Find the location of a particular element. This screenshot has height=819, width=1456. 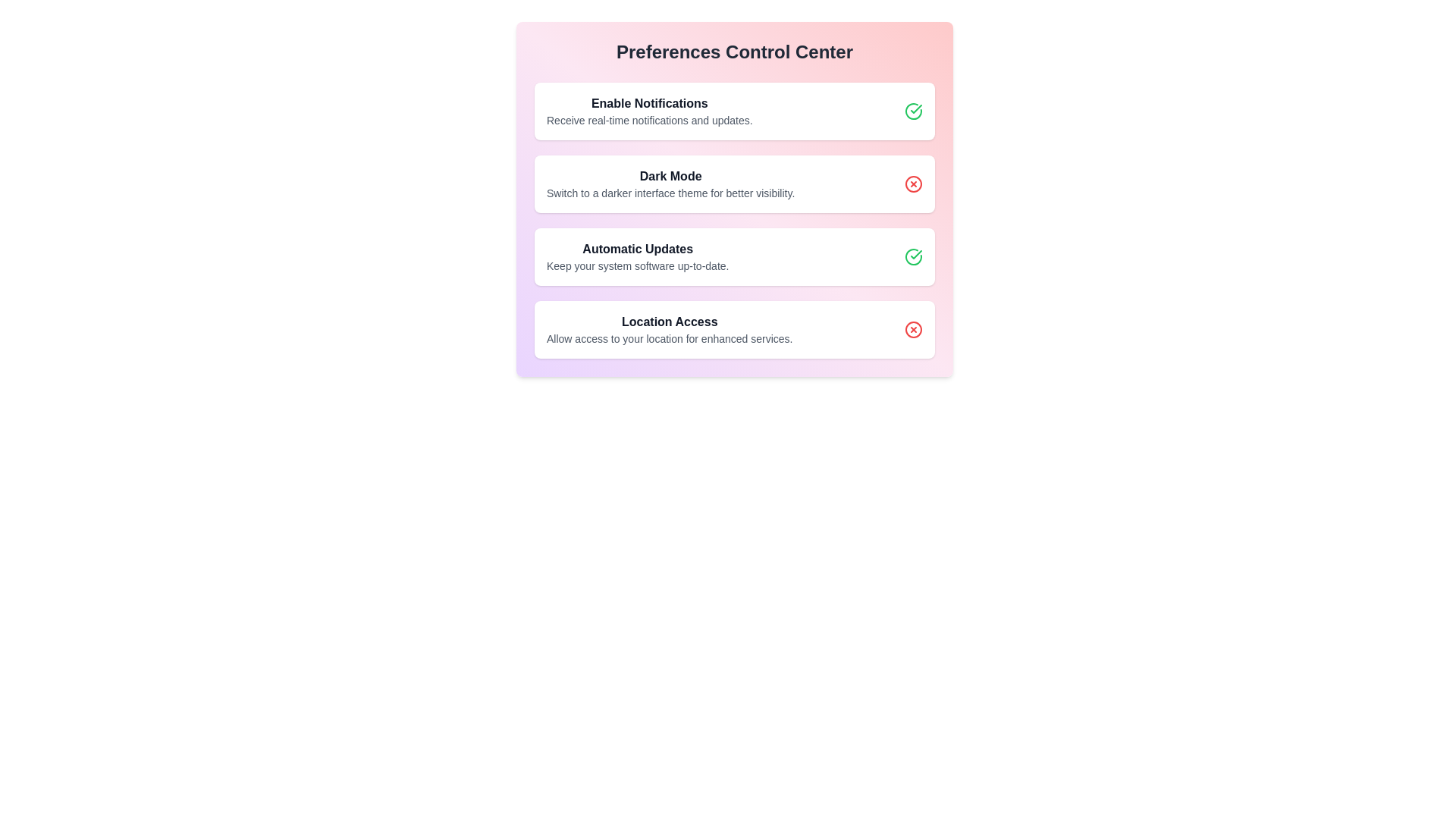

text on the first informational card in the 'Preferences Control Center' that indicates the setting for enabling notifications is located at coordinates (735, 110).